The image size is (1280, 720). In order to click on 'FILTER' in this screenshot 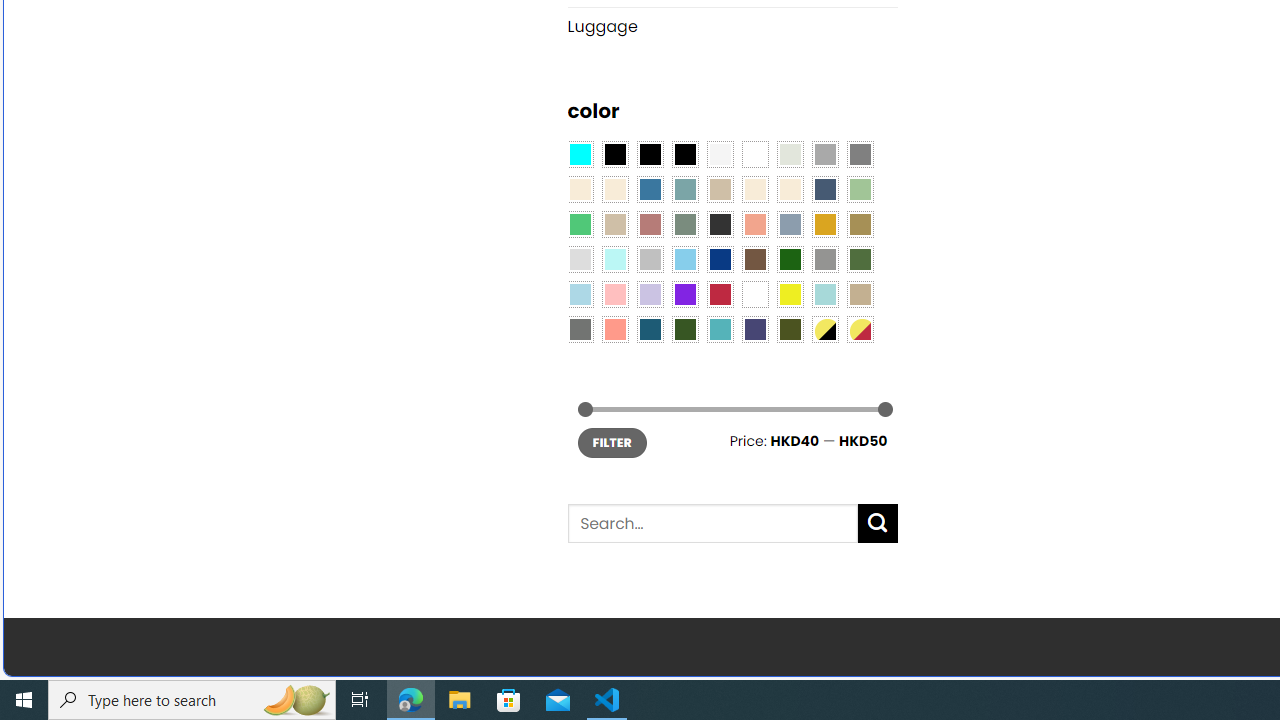, I will do `click(611, 442)`.